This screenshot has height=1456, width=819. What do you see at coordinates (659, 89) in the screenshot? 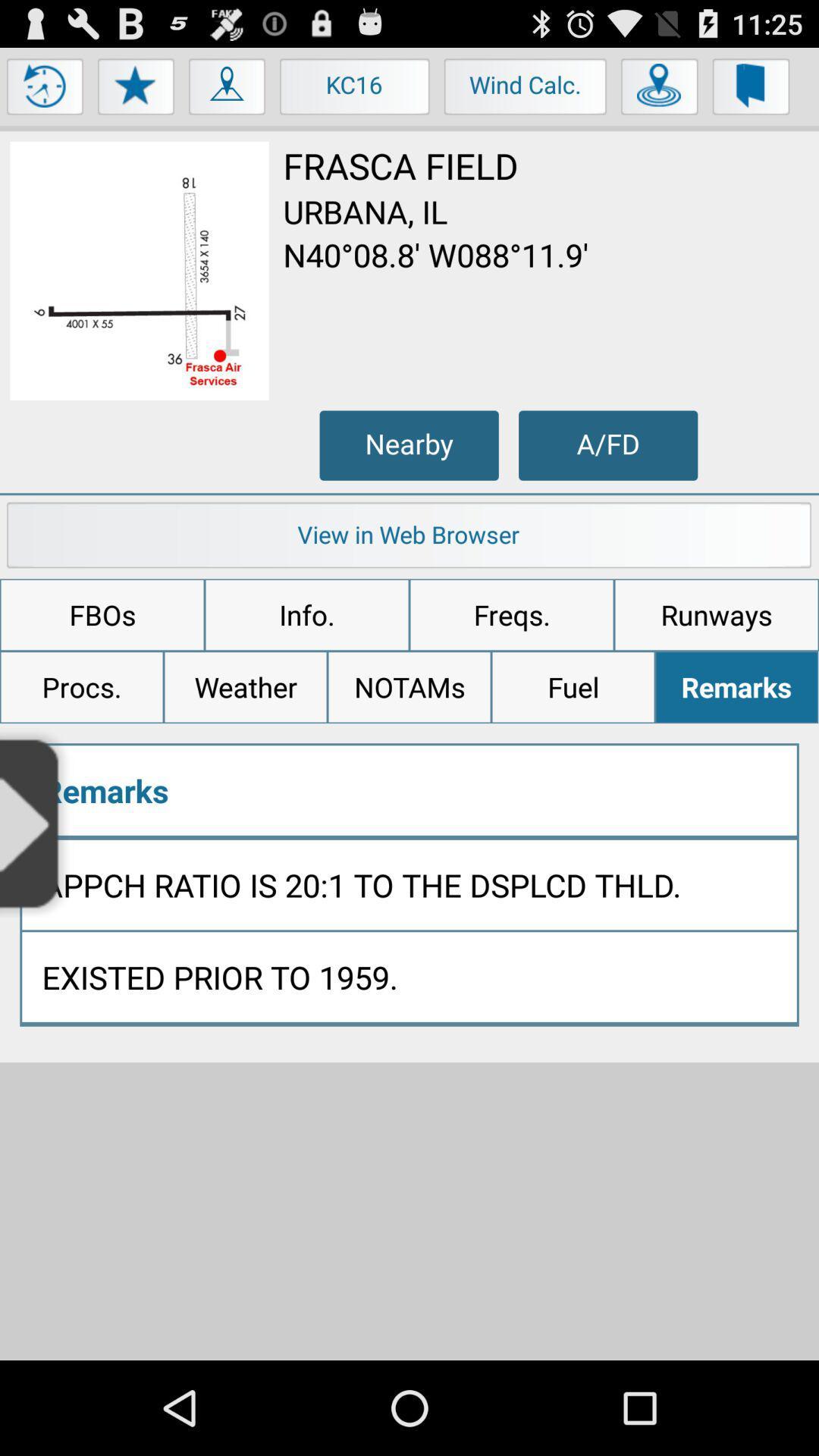
I see `location` at bounding box center [659, 89].